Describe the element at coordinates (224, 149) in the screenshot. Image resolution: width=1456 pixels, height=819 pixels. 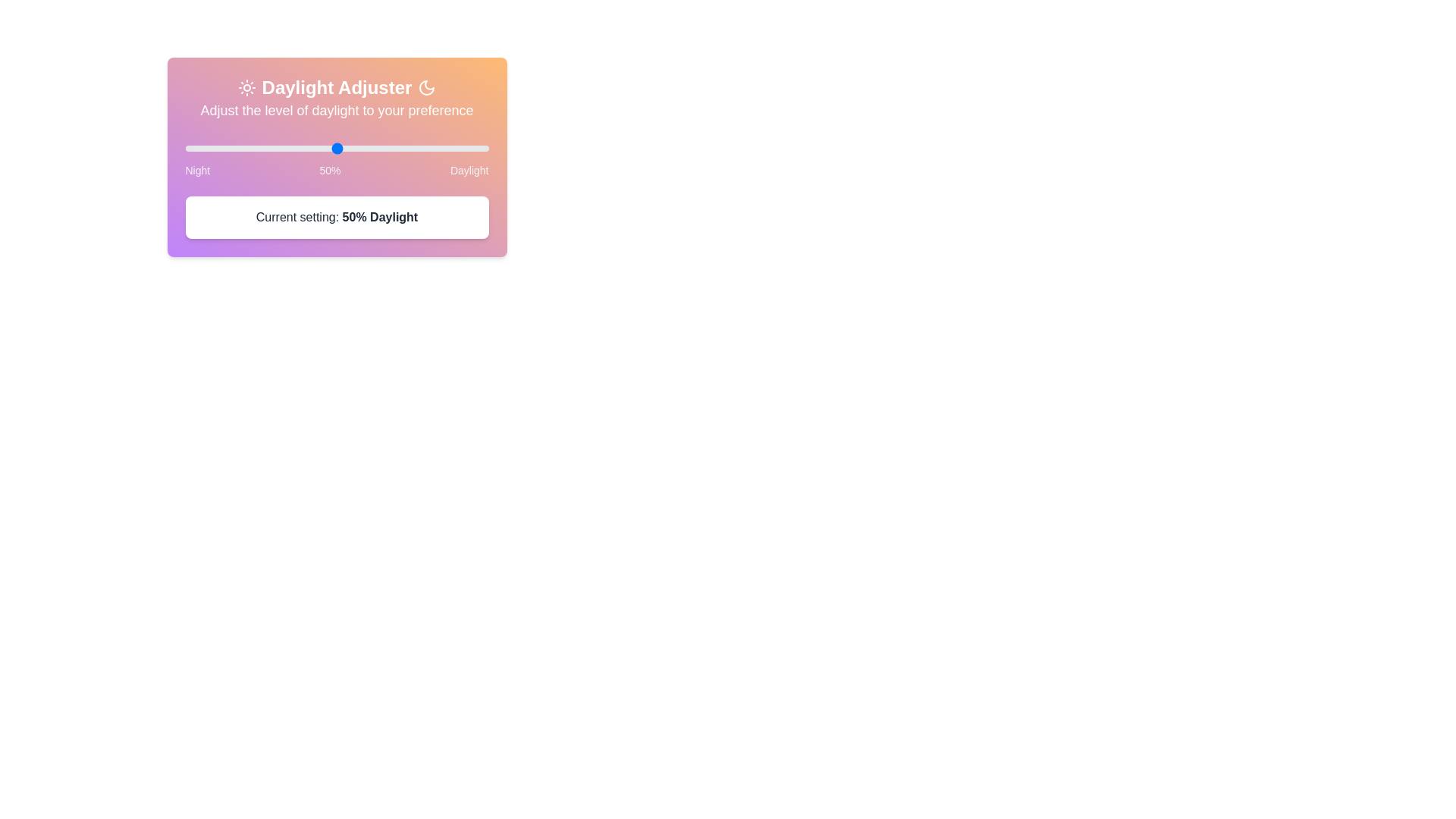
I see `the daylight slider to 13%` at that location.